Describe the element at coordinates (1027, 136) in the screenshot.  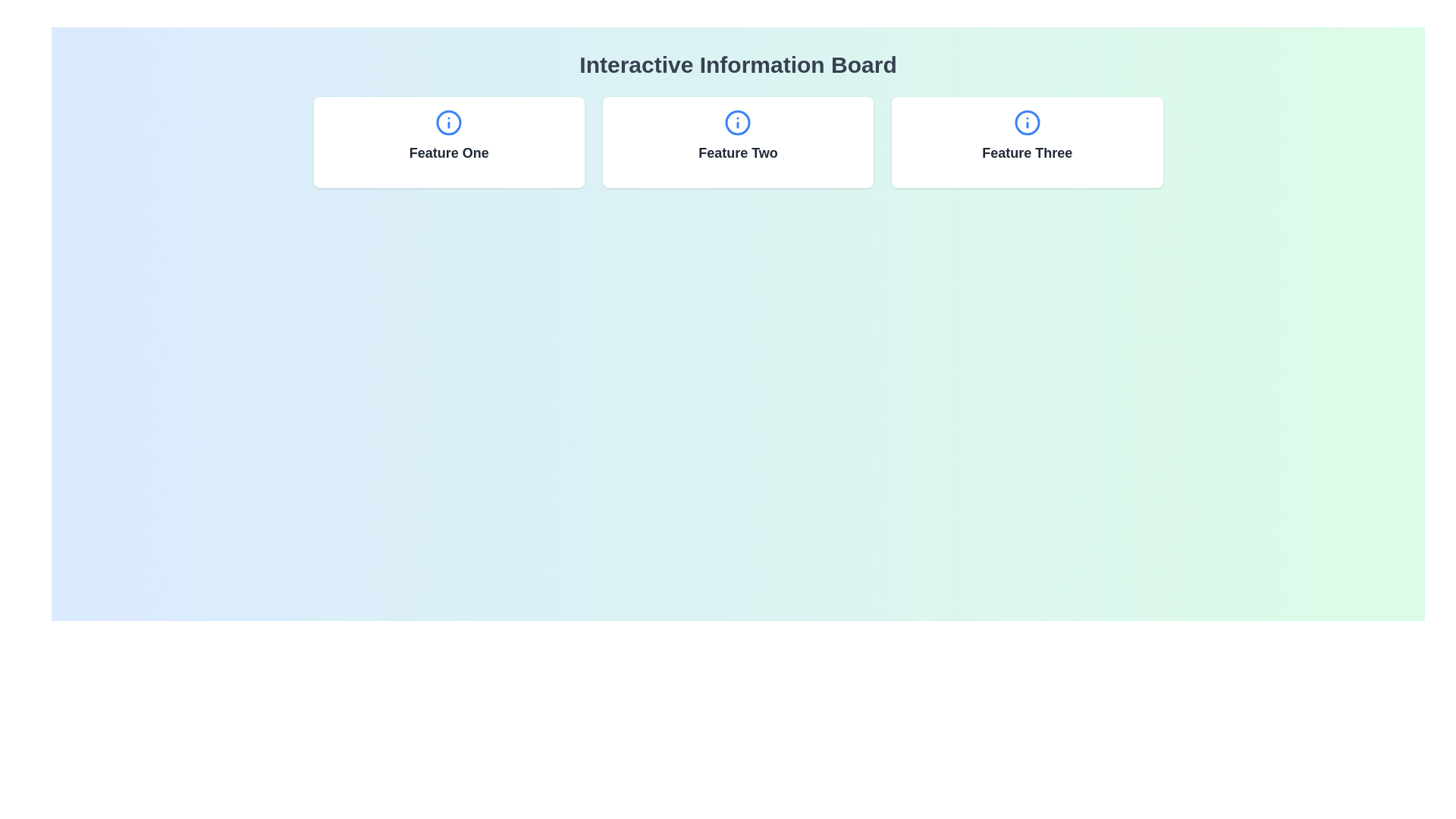
I see `text from the bottom-center Text Label of the third card in a row of three horizontally aligned cards` at that location.